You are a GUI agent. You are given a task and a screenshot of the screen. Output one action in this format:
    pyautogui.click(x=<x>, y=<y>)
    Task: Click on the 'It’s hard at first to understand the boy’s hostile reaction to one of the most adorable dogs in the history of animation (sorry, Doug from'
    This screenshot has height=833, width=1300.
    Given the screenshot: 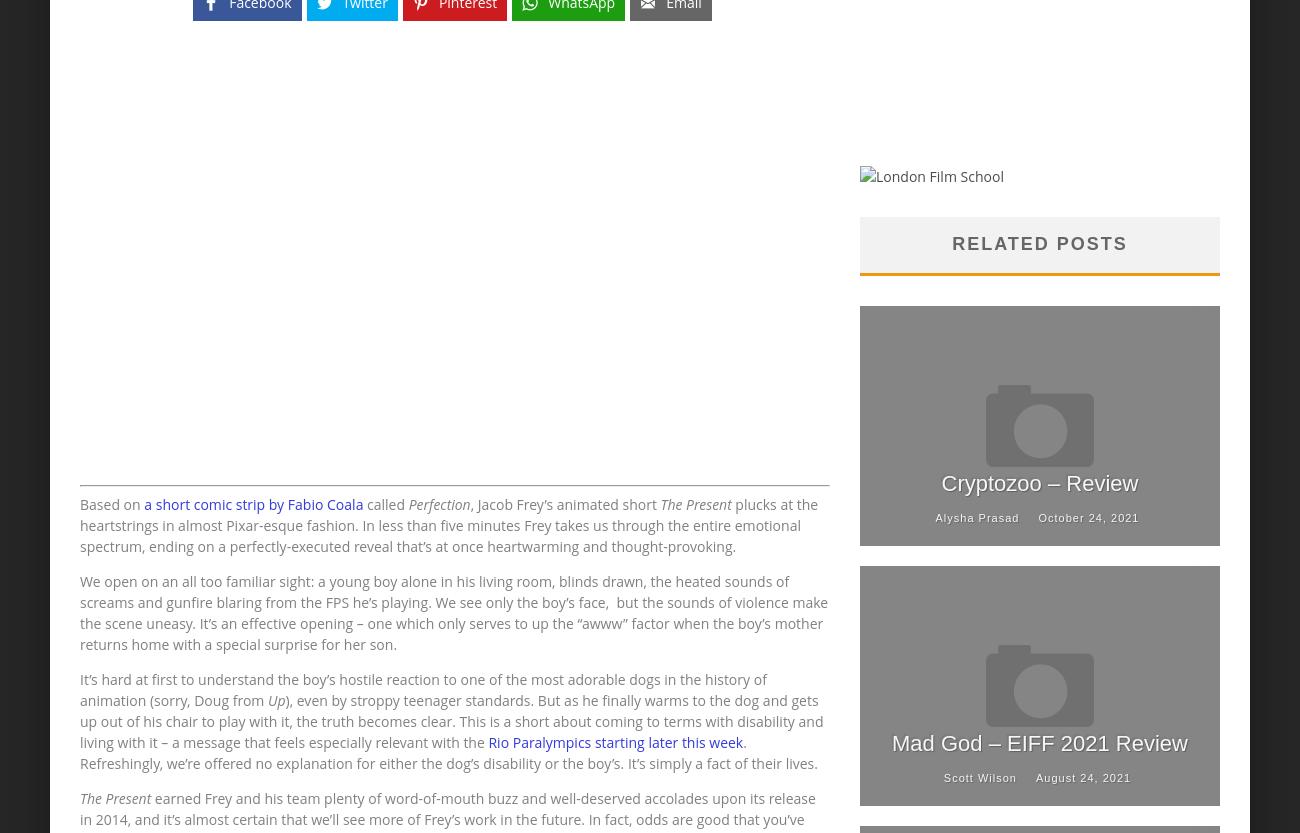 What is the action you would take?
    pyautogui.click(x=79, y=688)
    